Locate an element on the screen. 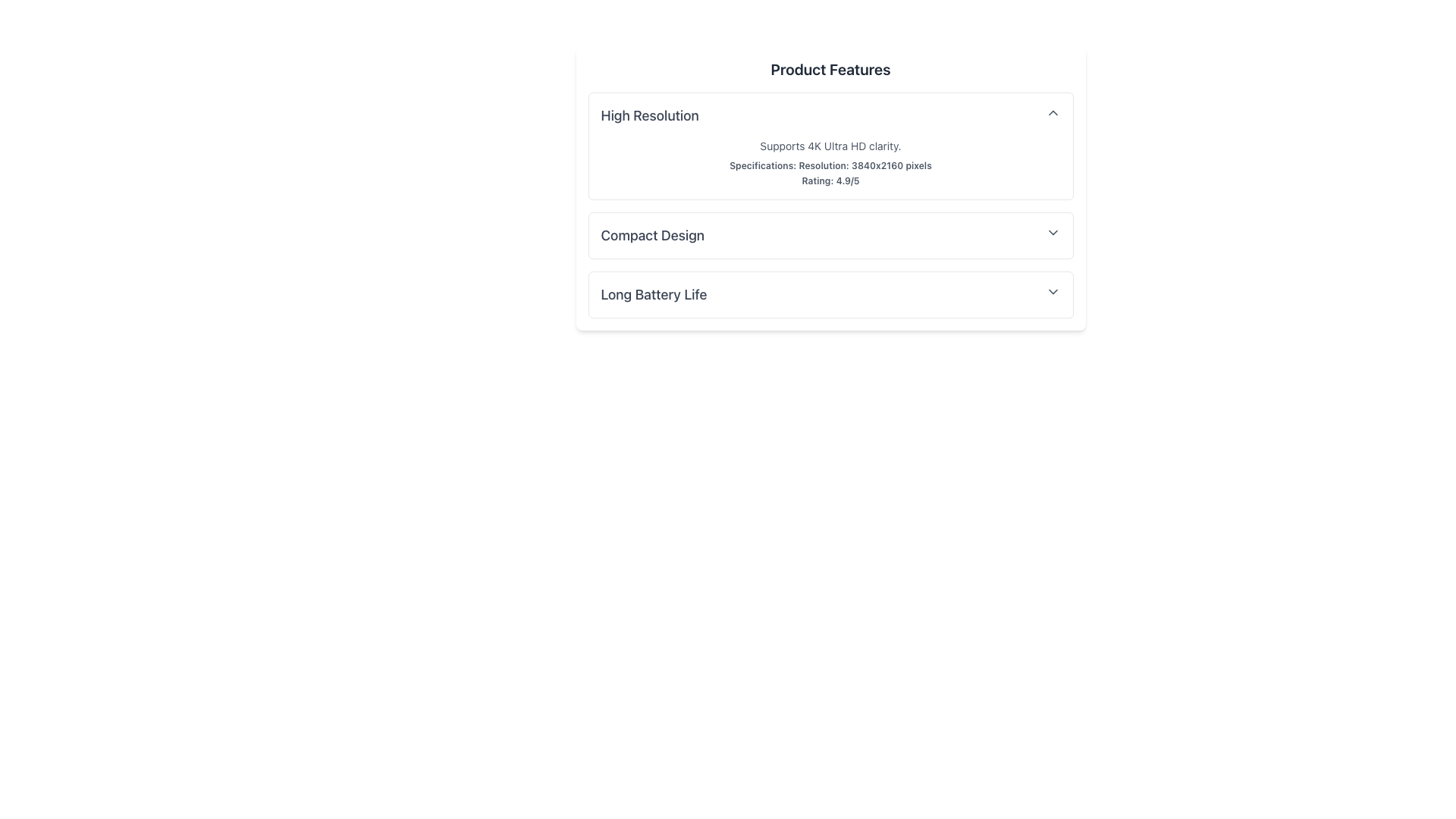 The width and height of the screenshot is (1456, 819). the downward-pointing arrow icon with a minimalistic design and light gray color, located on the far right of the 'Compact Design' section is located at coordinates (1052, 233).